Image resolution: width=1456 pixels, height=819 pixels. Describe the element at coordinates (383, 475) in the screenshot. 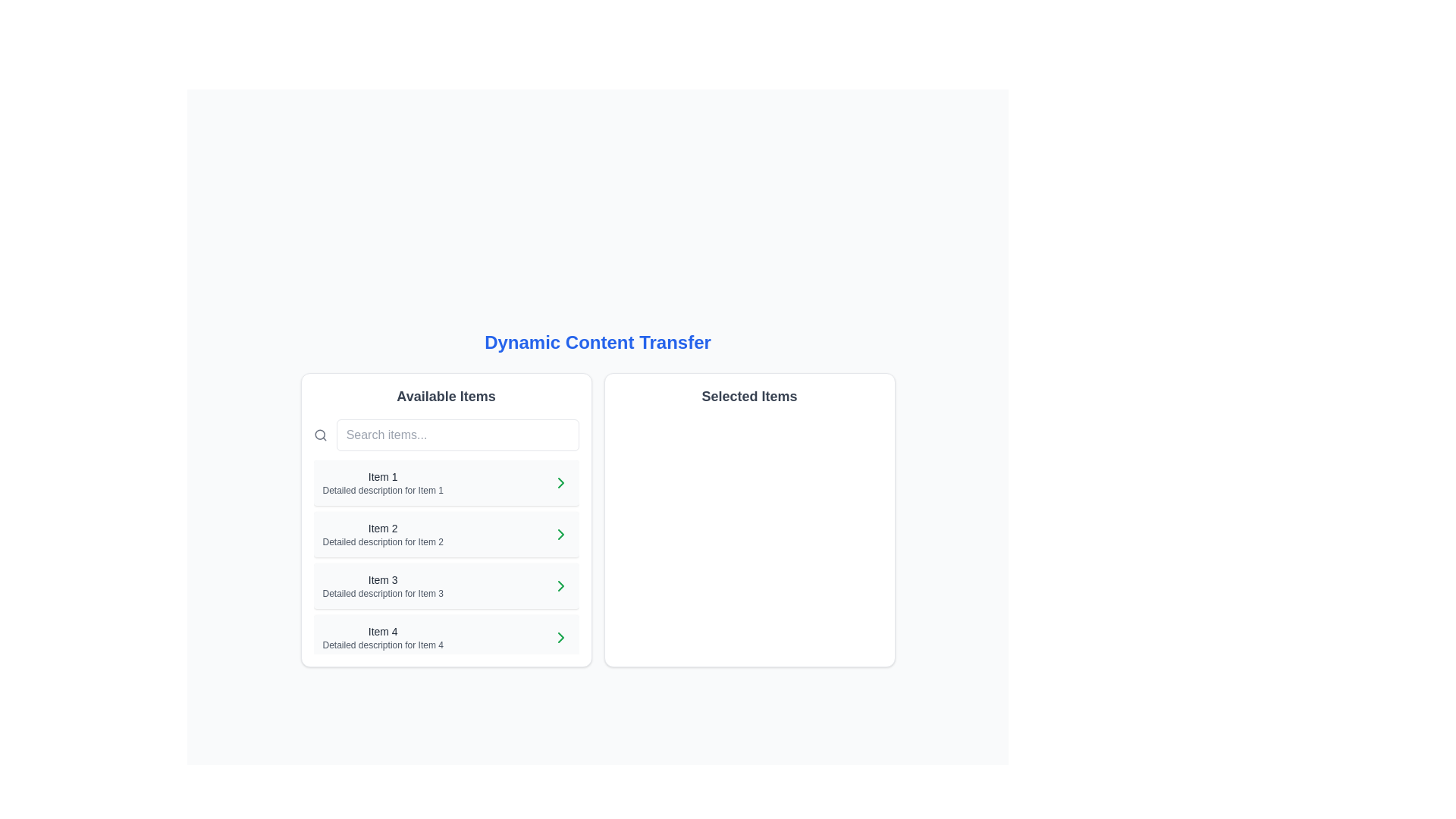

I see `text of the label displaying 'Item 1' in bold, located above the description in the first card under the 'Available Items' section` at that location.